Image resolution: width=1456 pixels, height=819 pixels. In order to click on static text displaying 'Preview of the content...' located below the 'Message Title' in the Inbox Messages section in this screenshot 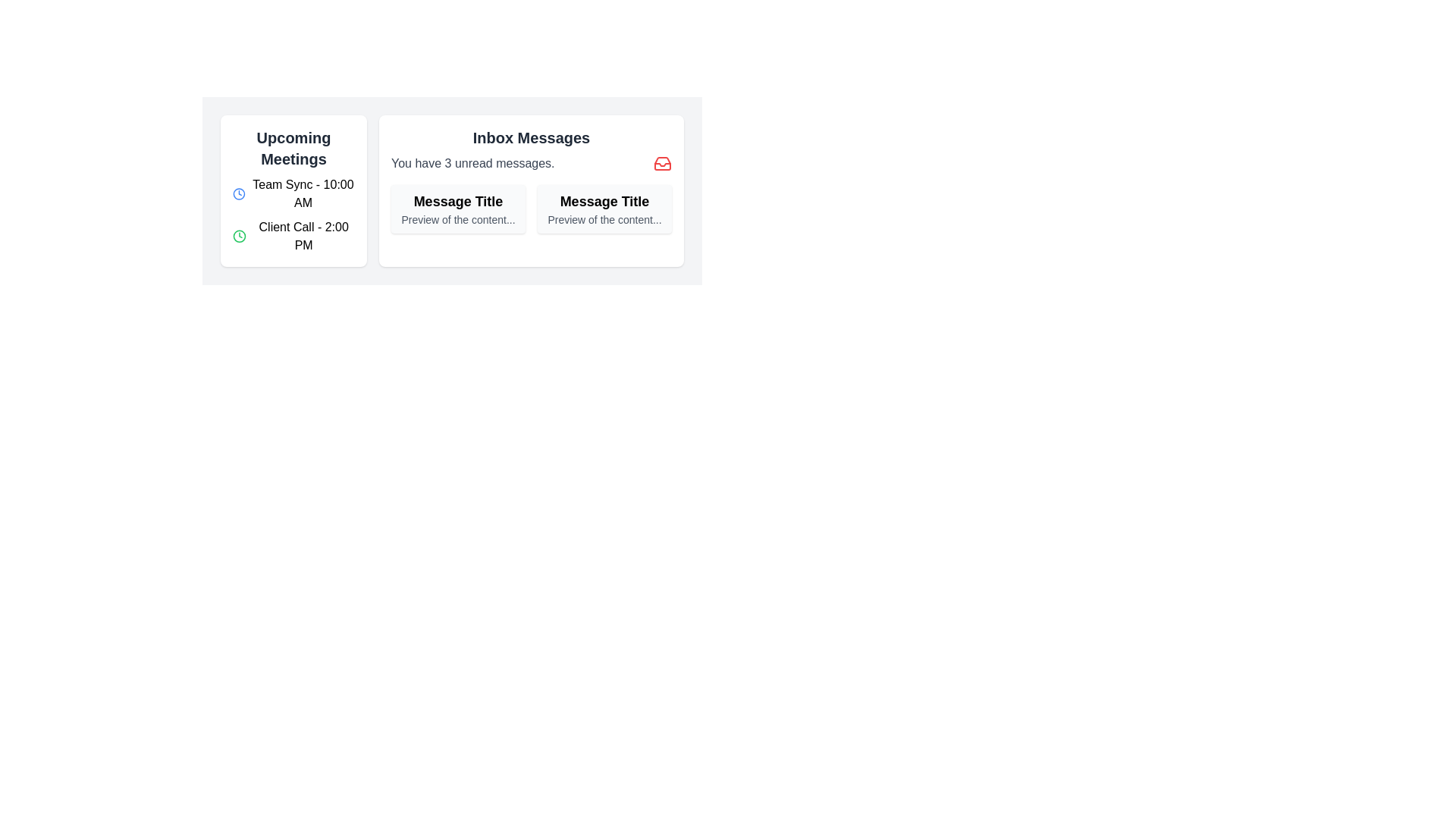, I will do `click(457, 219)`.